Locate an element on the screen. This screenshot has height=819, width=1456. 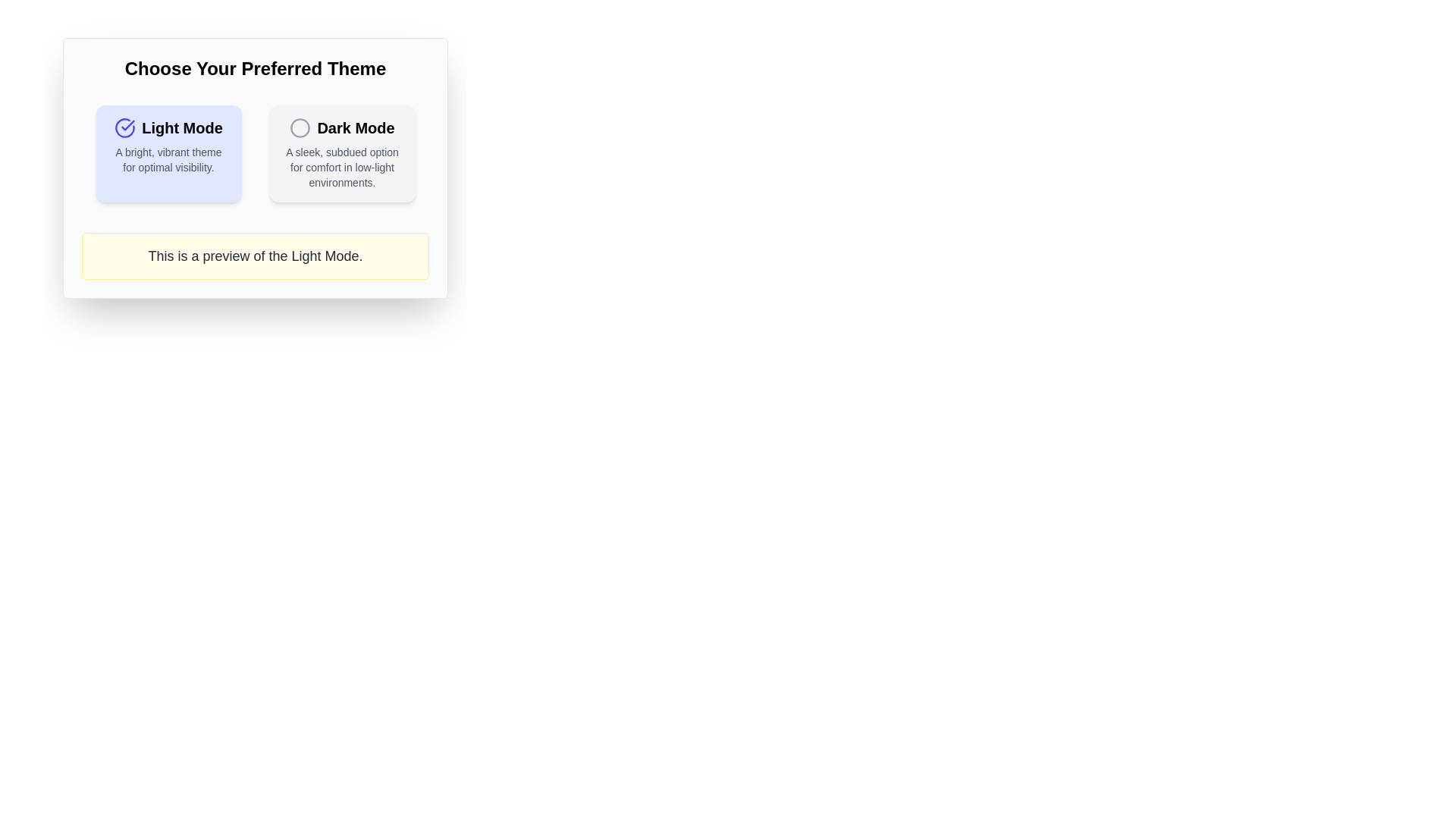
contents of the Text Label confirming and previewing the 'Light Mode', which is centered below the theme selection options is located at coordinates (255, 256).